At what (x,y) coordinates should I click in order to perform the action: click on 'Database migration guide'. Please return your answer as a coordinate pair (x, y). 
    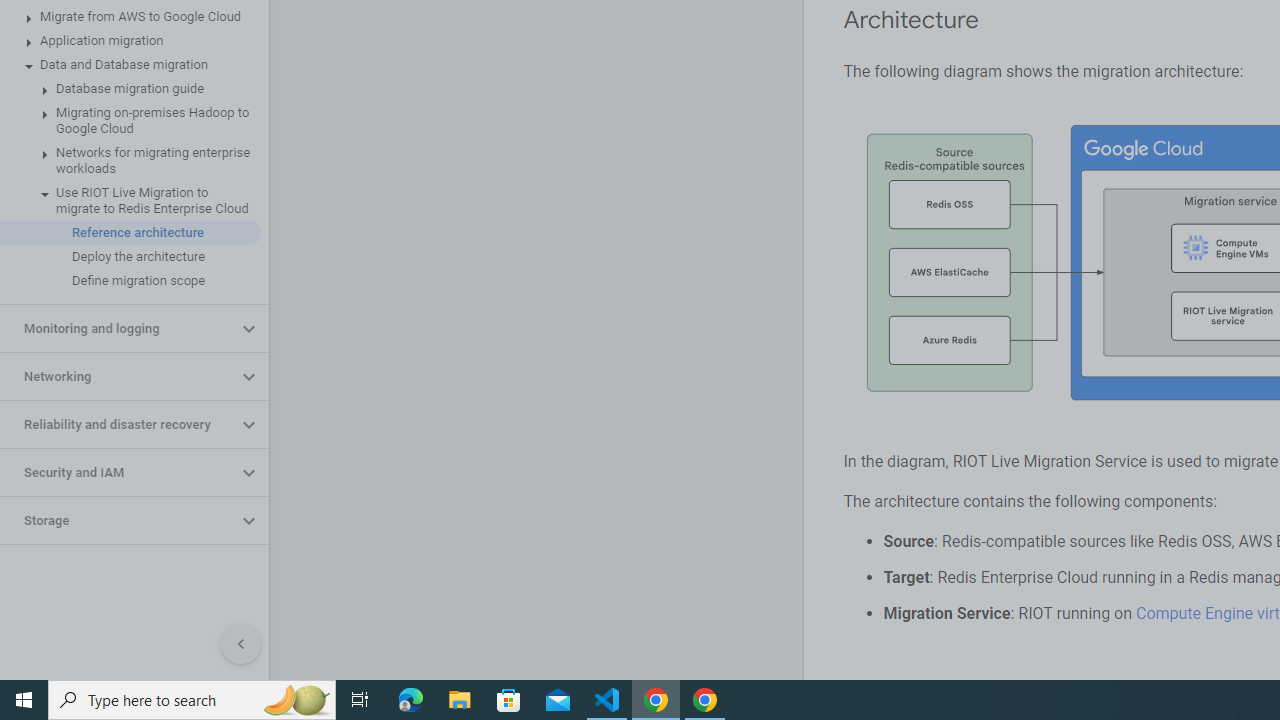
    Looking at the image, I should click on (129, 87).